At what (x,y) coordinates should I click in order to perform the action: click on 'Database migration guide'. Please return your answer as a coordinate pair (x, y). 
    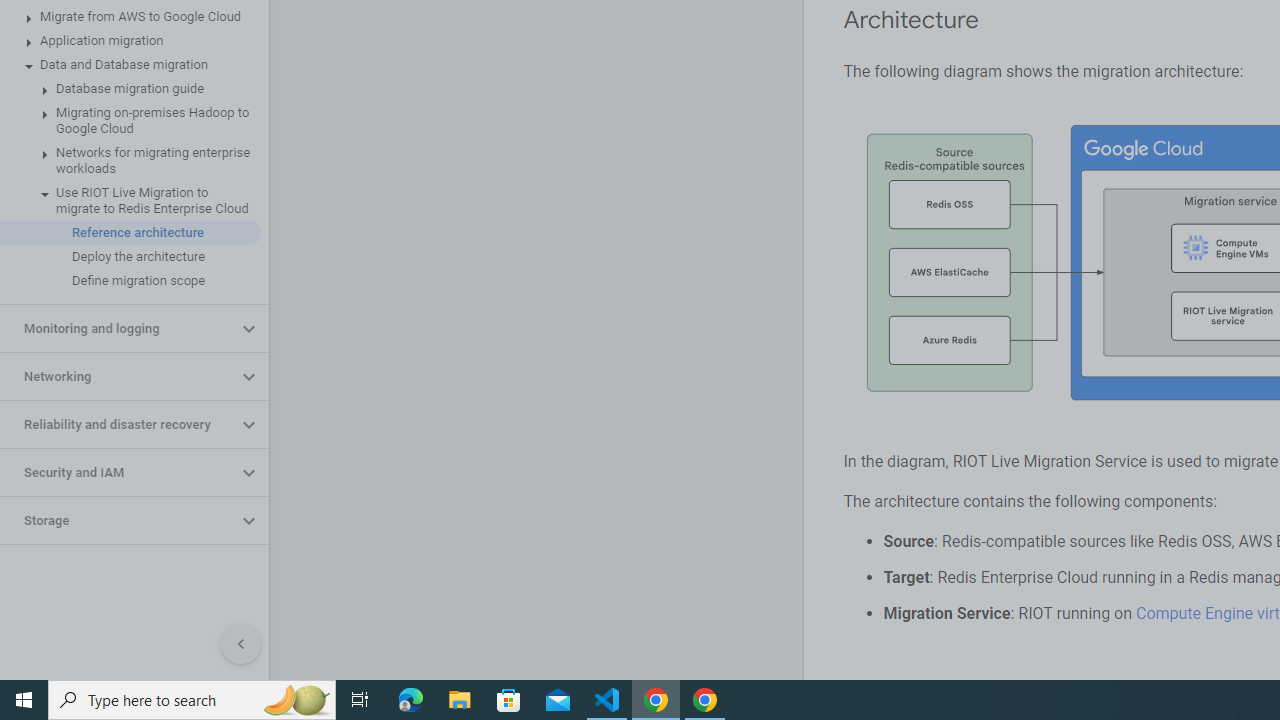
    Looking at the image, I should click on (129, 87).